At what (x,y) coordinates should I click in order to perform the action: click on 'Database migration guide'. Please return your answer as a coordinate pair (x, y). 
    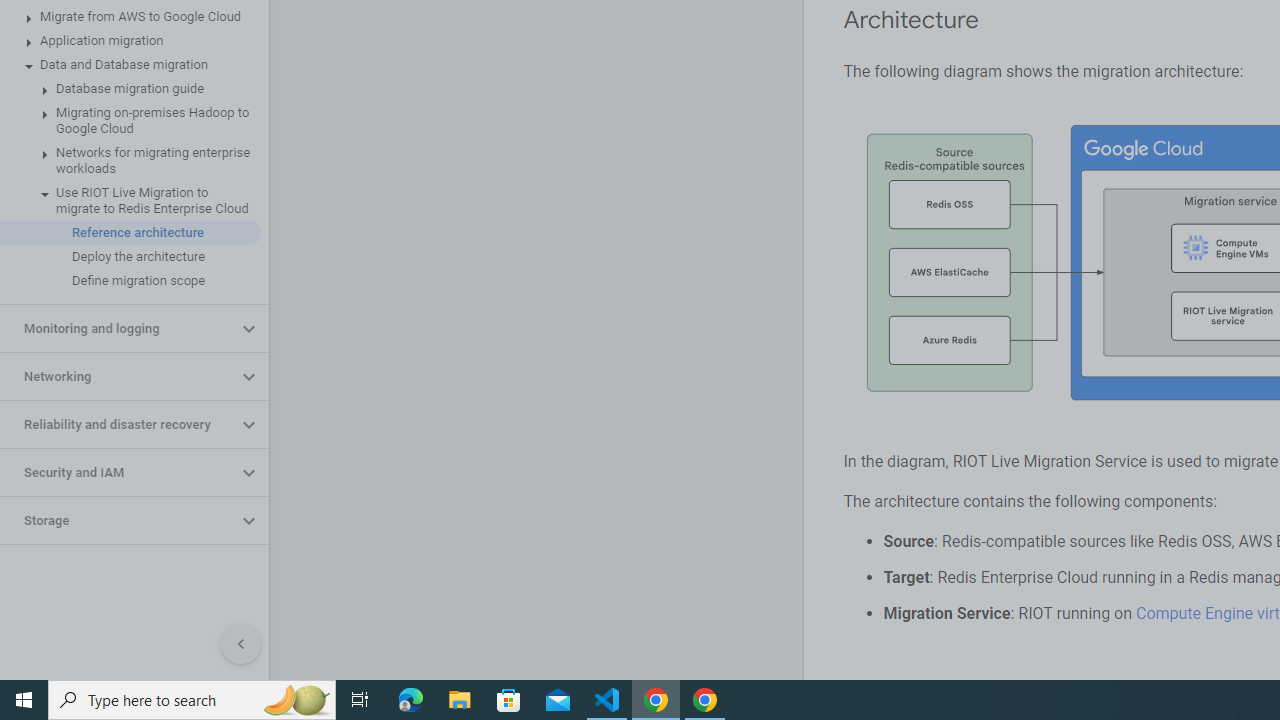
    Looking at the image, I should click on (129, 87).